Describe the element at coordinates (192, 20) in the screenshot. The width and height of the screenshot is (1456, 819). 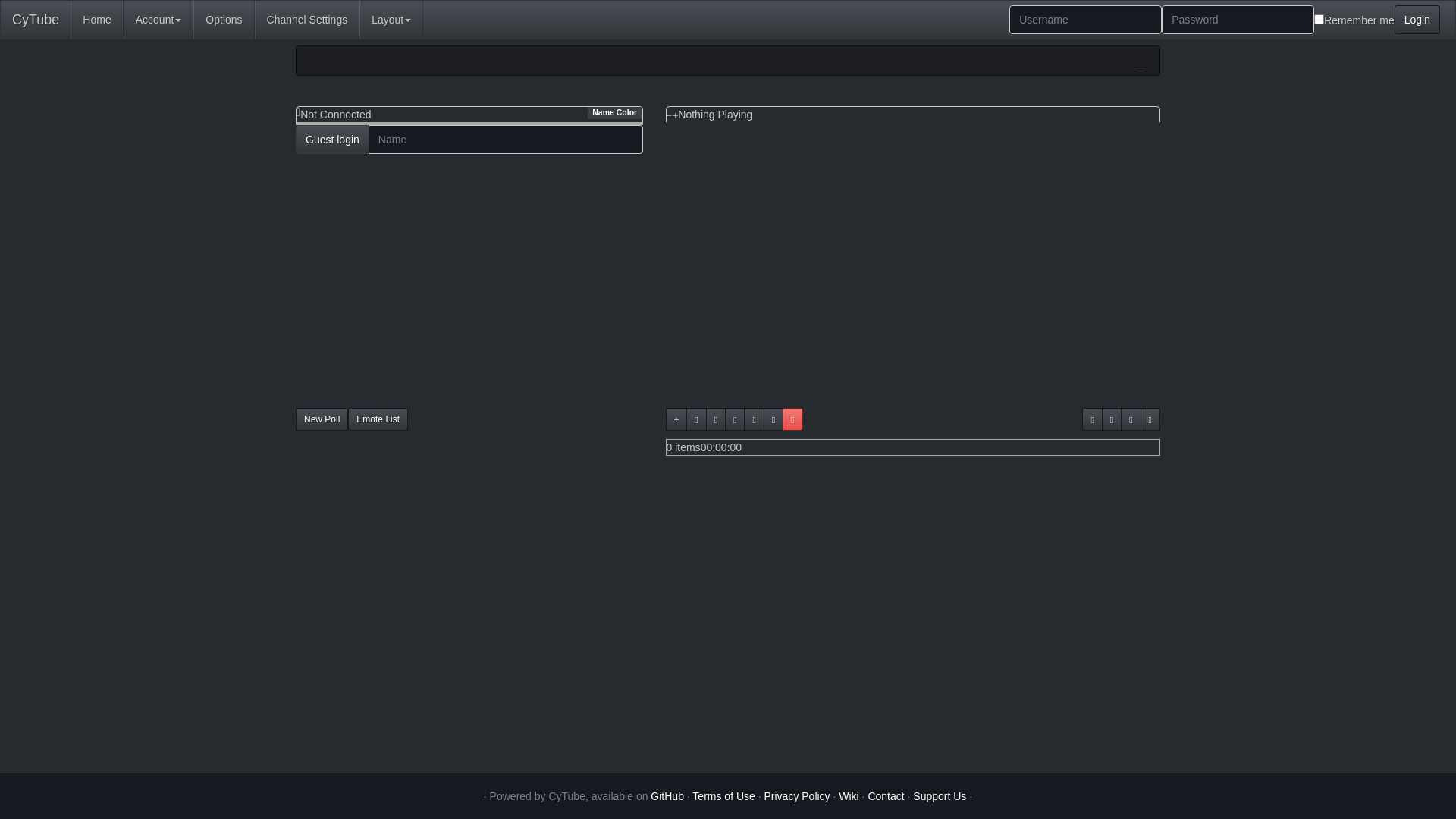
I see `'Options'` at that location.